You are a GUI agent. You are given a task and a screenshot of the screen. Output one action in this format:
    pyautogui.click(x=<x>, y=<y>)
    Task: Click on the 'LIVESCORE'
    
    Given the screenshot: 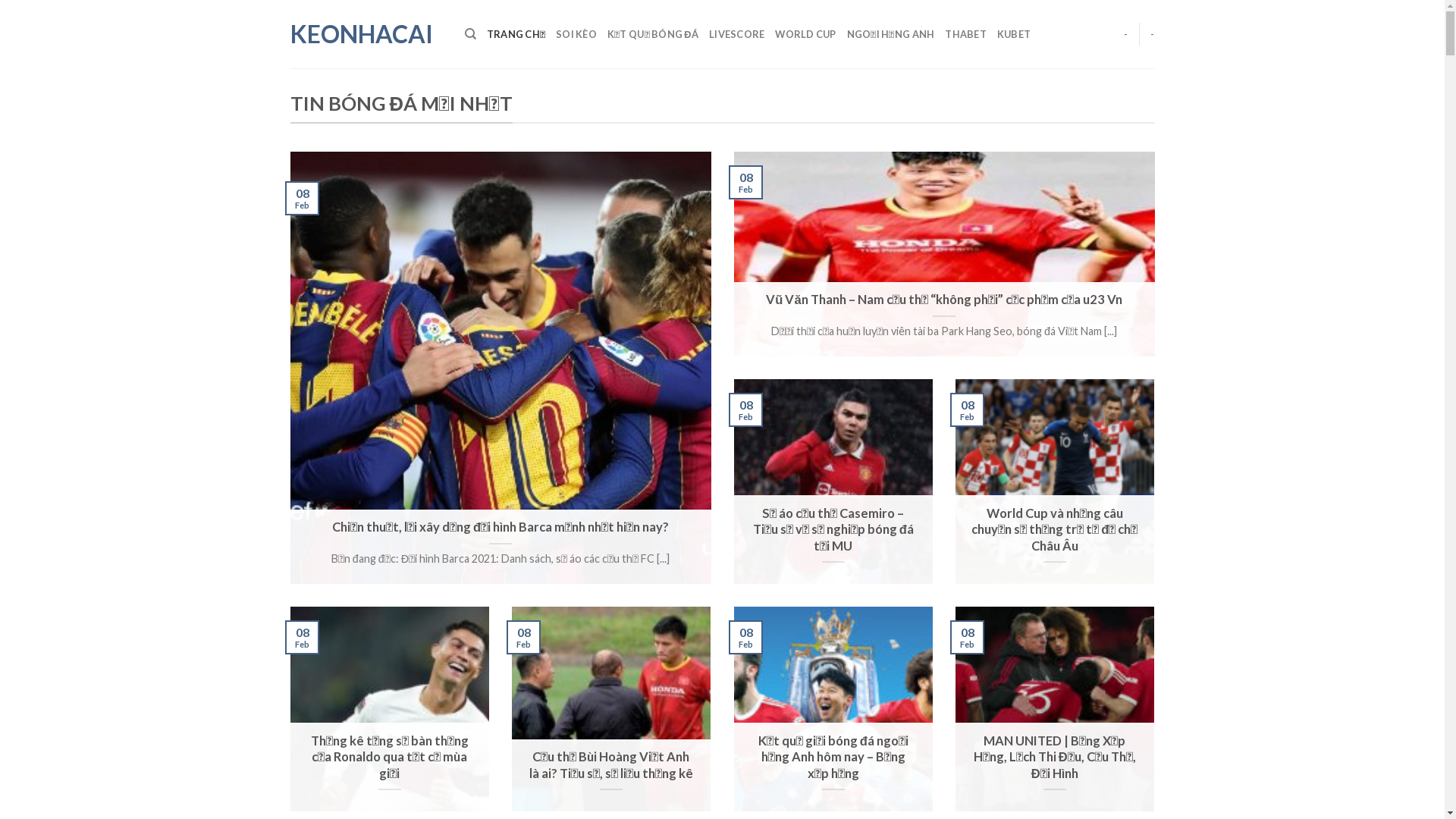 What is the action you would take?
    pyautogui.click(x=736, y=34)
    